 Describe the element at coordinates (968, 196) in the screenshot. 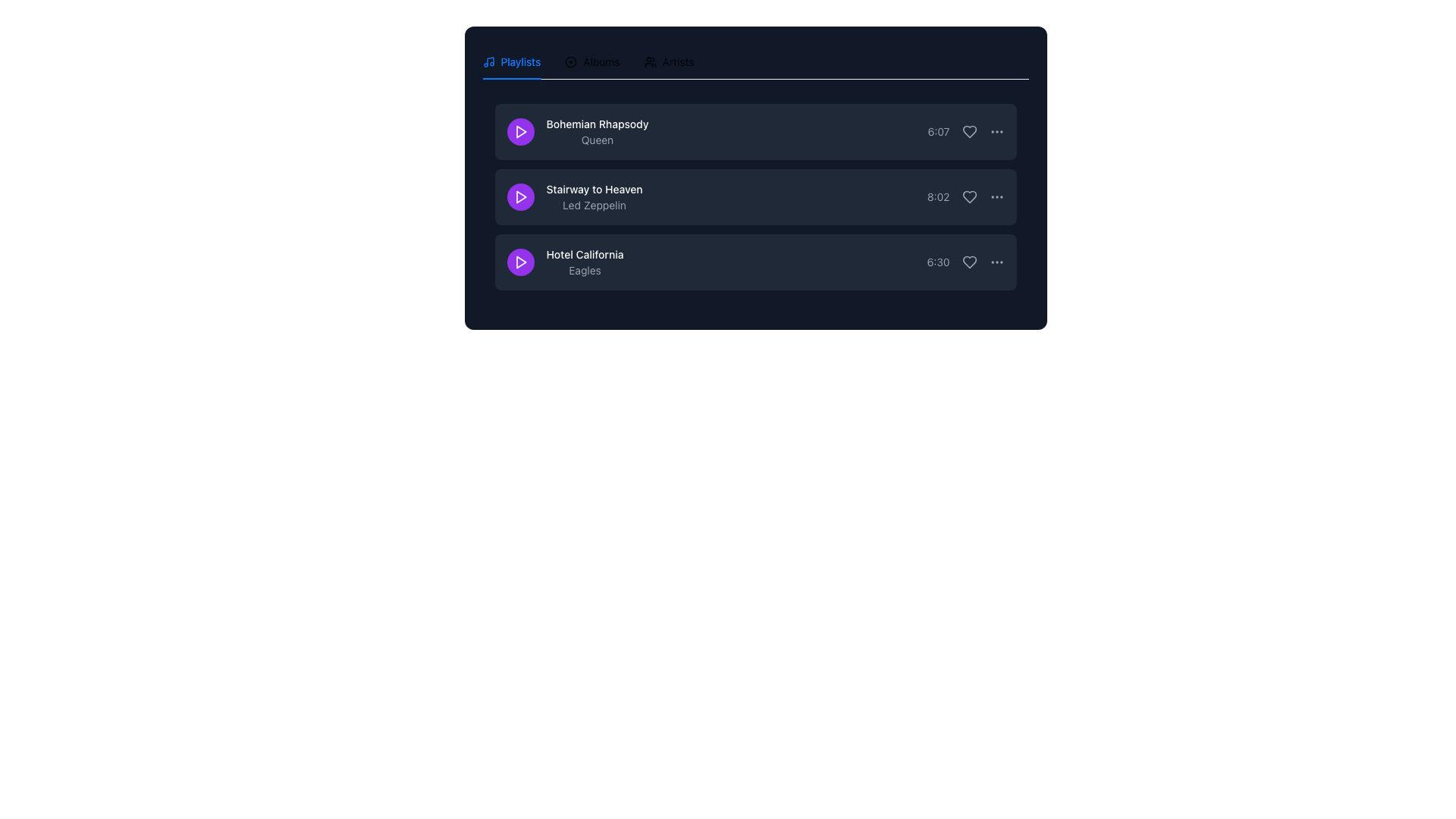

I see `the heart-shaped icon button` at that location.